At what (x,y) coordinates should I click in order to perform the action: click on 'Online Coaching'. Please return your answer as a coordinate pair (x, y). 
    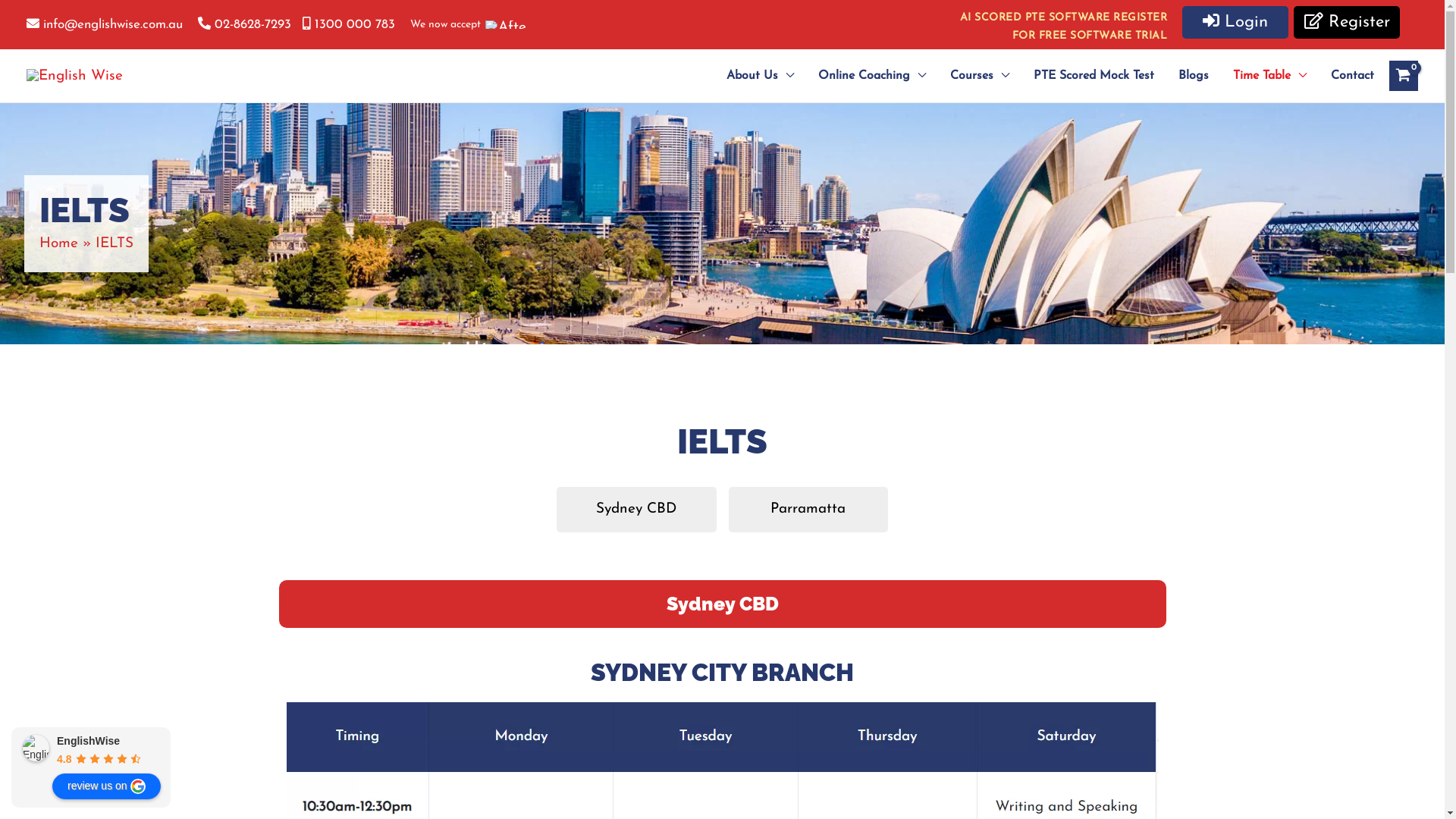
    Looking at the image, I should click on (872, 76).